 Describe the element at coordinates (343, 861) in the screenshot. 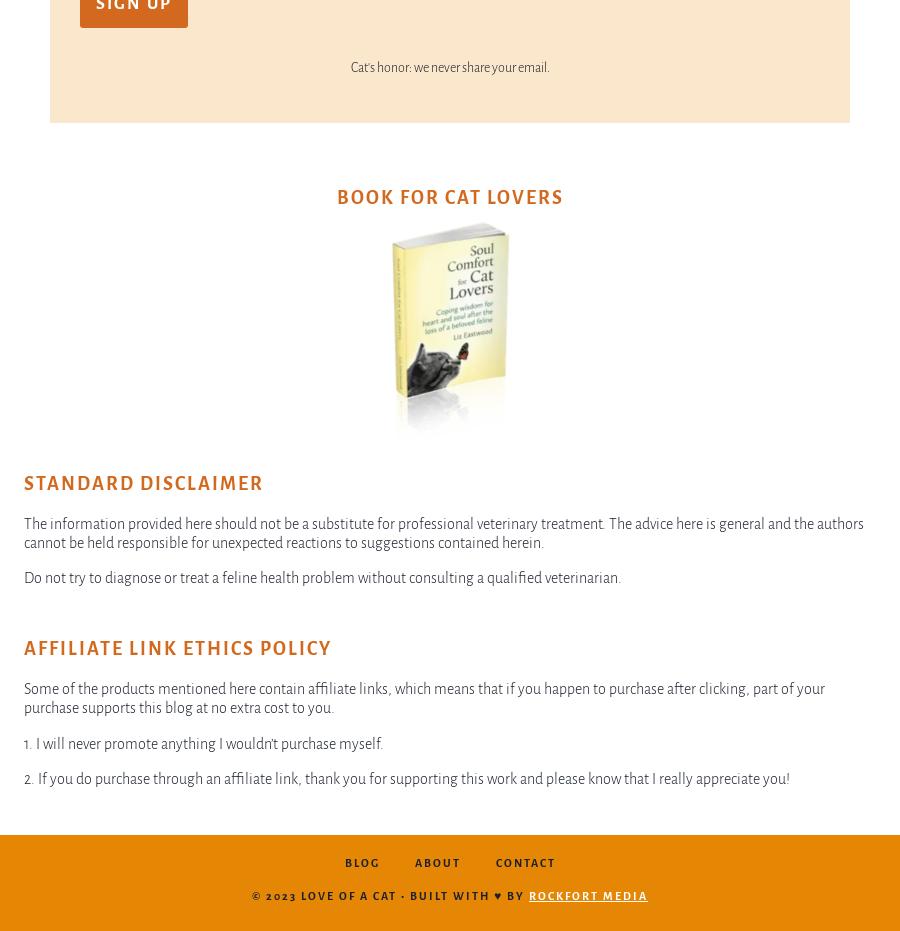

I see `'Blog'` at that location.